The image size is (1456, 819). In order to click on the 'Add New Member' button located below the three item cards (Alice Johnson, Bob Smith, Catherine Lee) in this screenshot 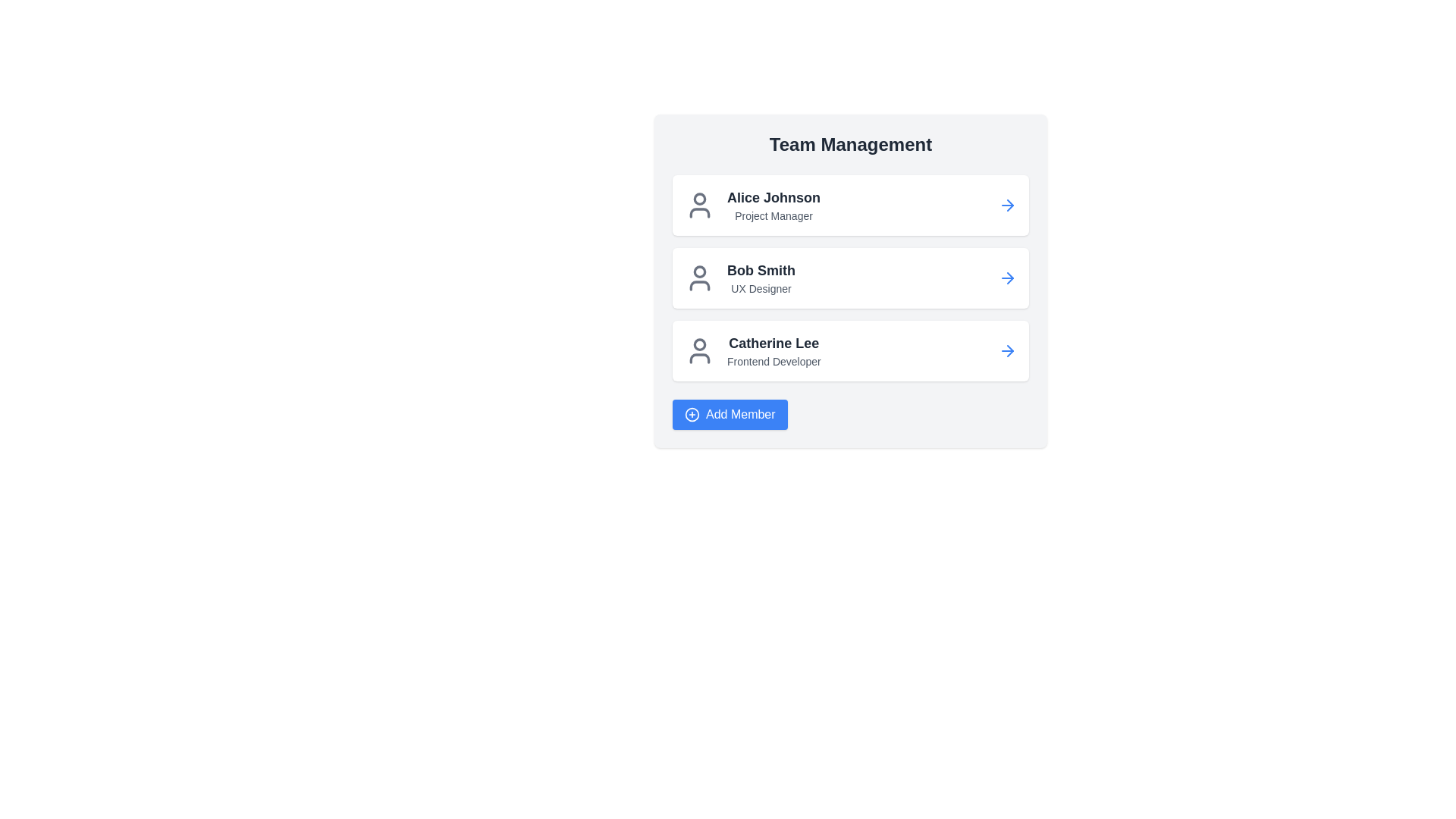, I will do `click(730, 415)`.